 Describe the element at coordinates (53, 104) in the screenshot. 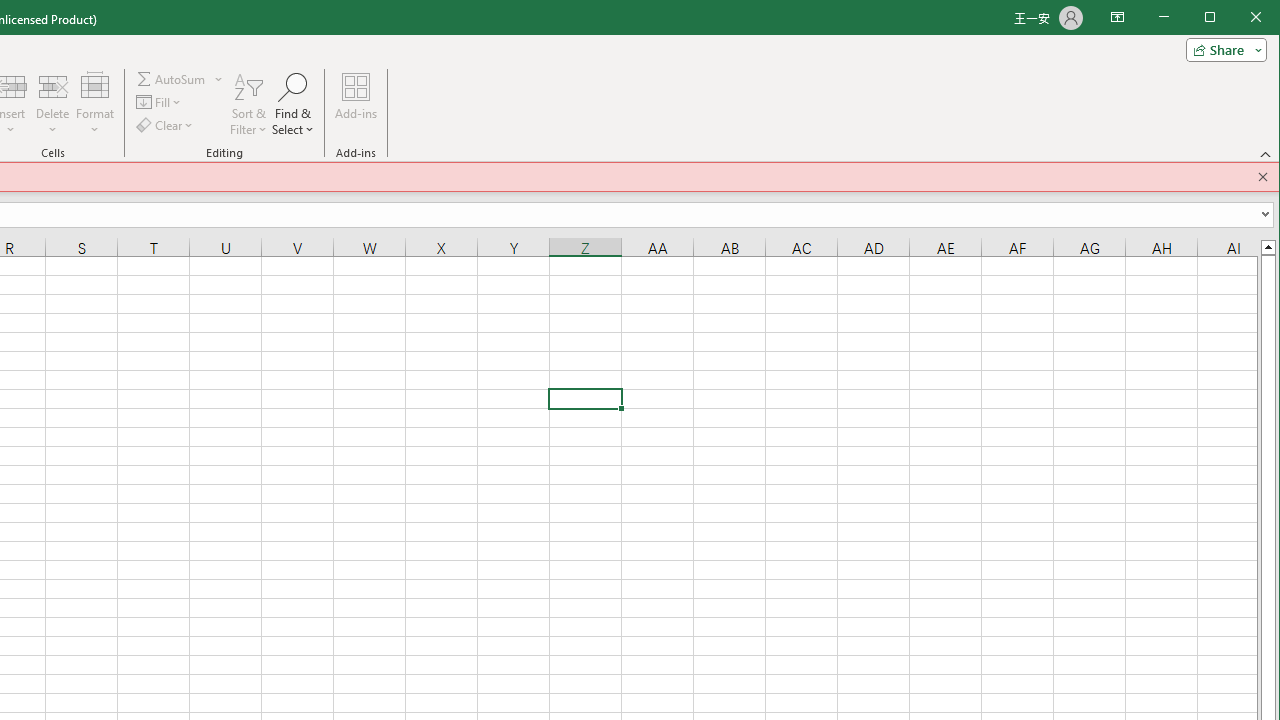

I see `'Delete'` at that location.